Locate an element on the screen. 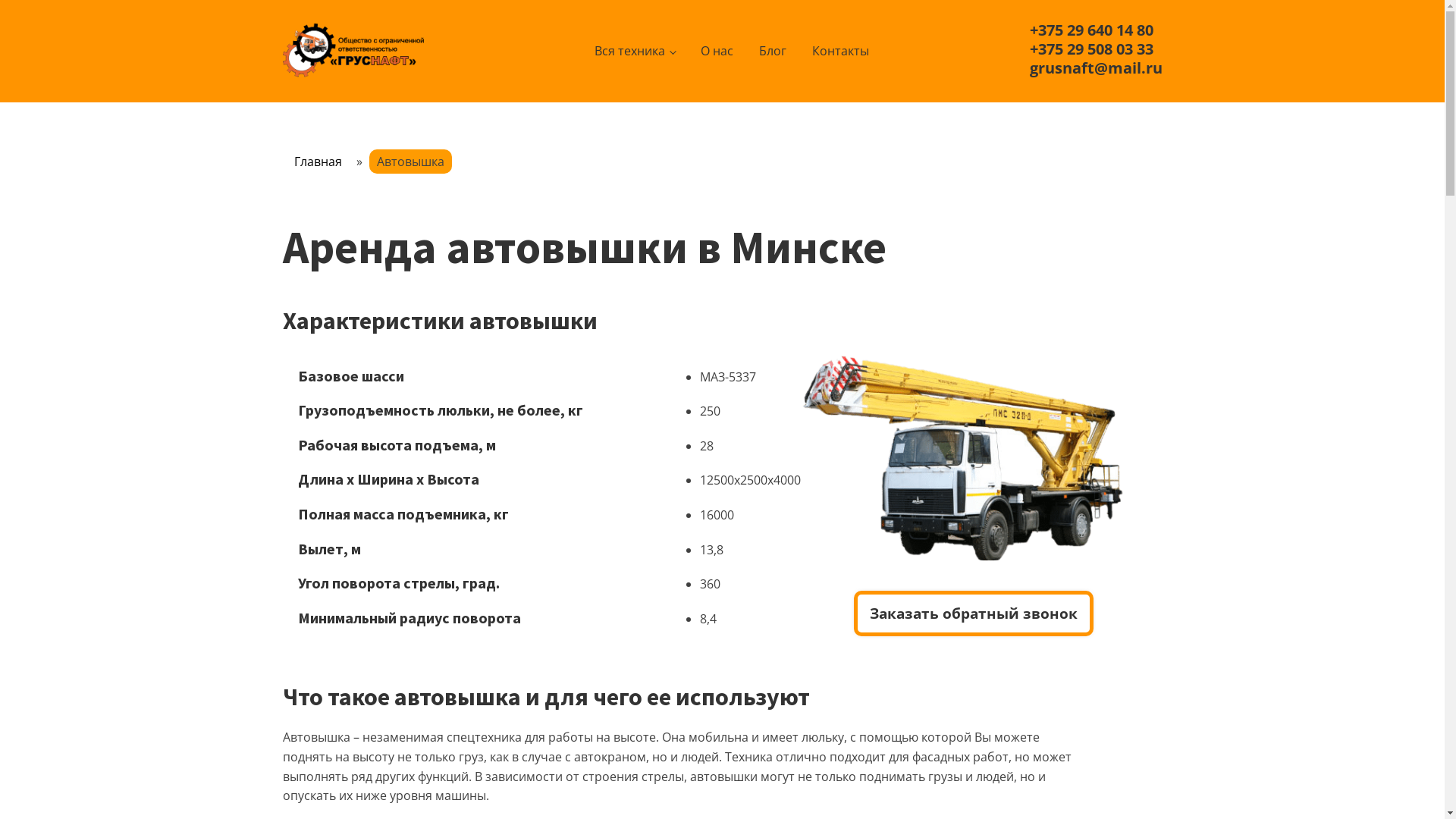 Image resolution: width=1456 pixels, height=819 pixels. 'grusnaft@mail.ru' is located at coordinates (1030, 67).